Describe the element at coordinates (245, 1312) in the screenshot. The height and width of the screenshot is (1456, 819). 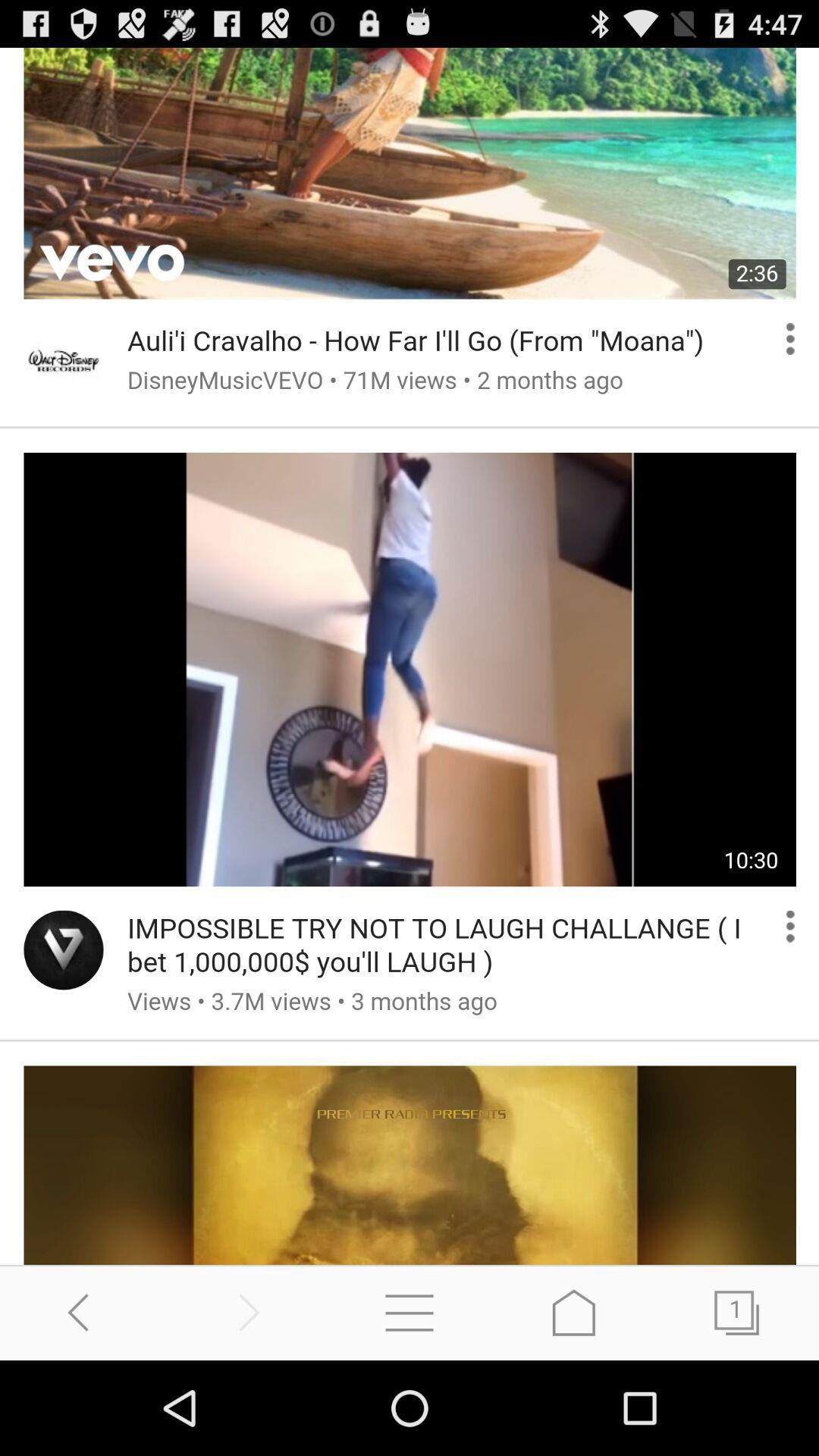
I see `proceed to next` at that location.